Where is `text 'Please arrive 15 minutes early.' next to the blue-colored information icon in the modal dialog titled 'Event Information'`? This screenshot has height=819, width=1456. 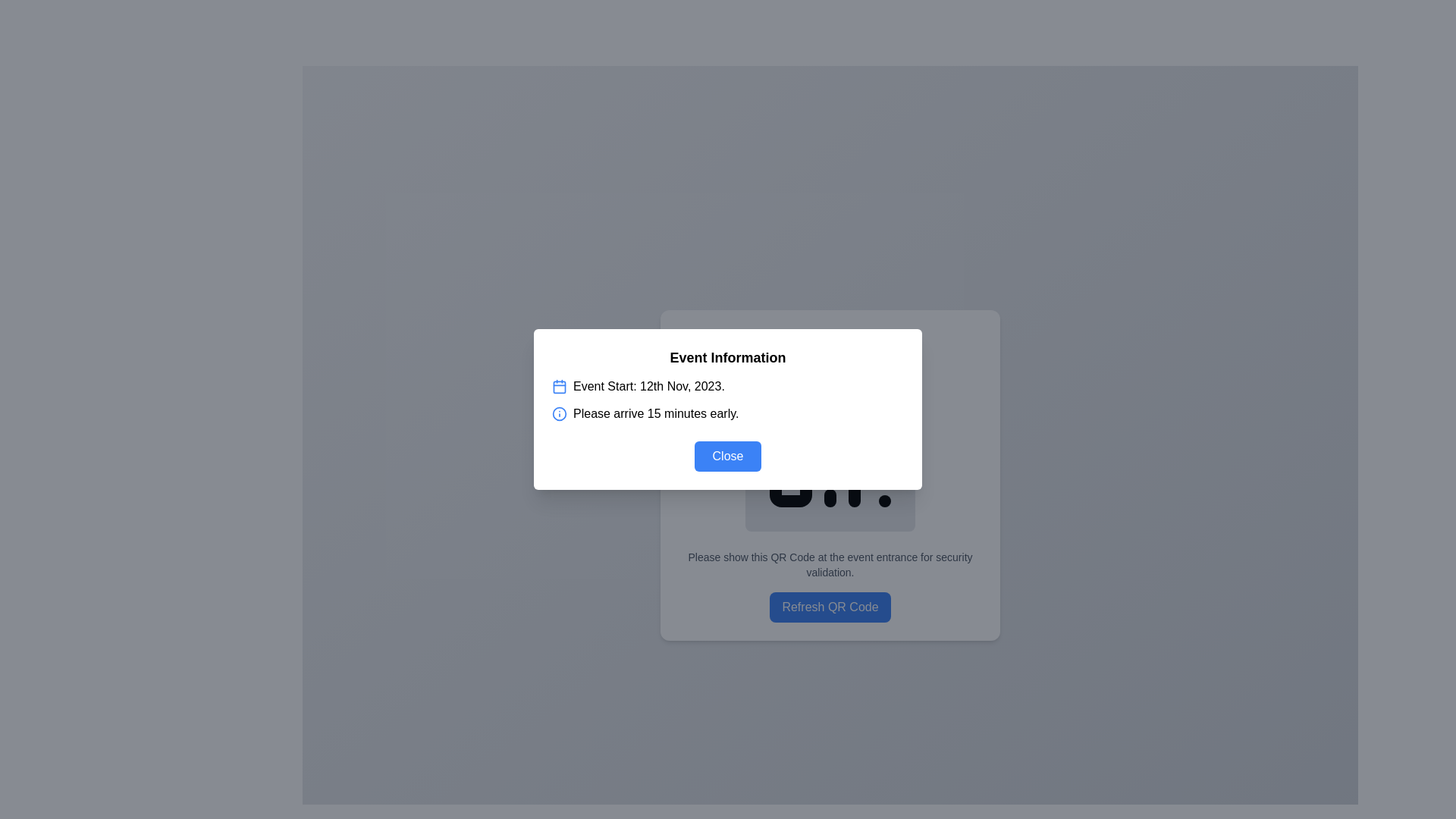 text 'Please arrive 15 minutes early.' next to the blue-colored information icon in the modal dialog titled 'Event Information' is located at coordinates (728, 414).